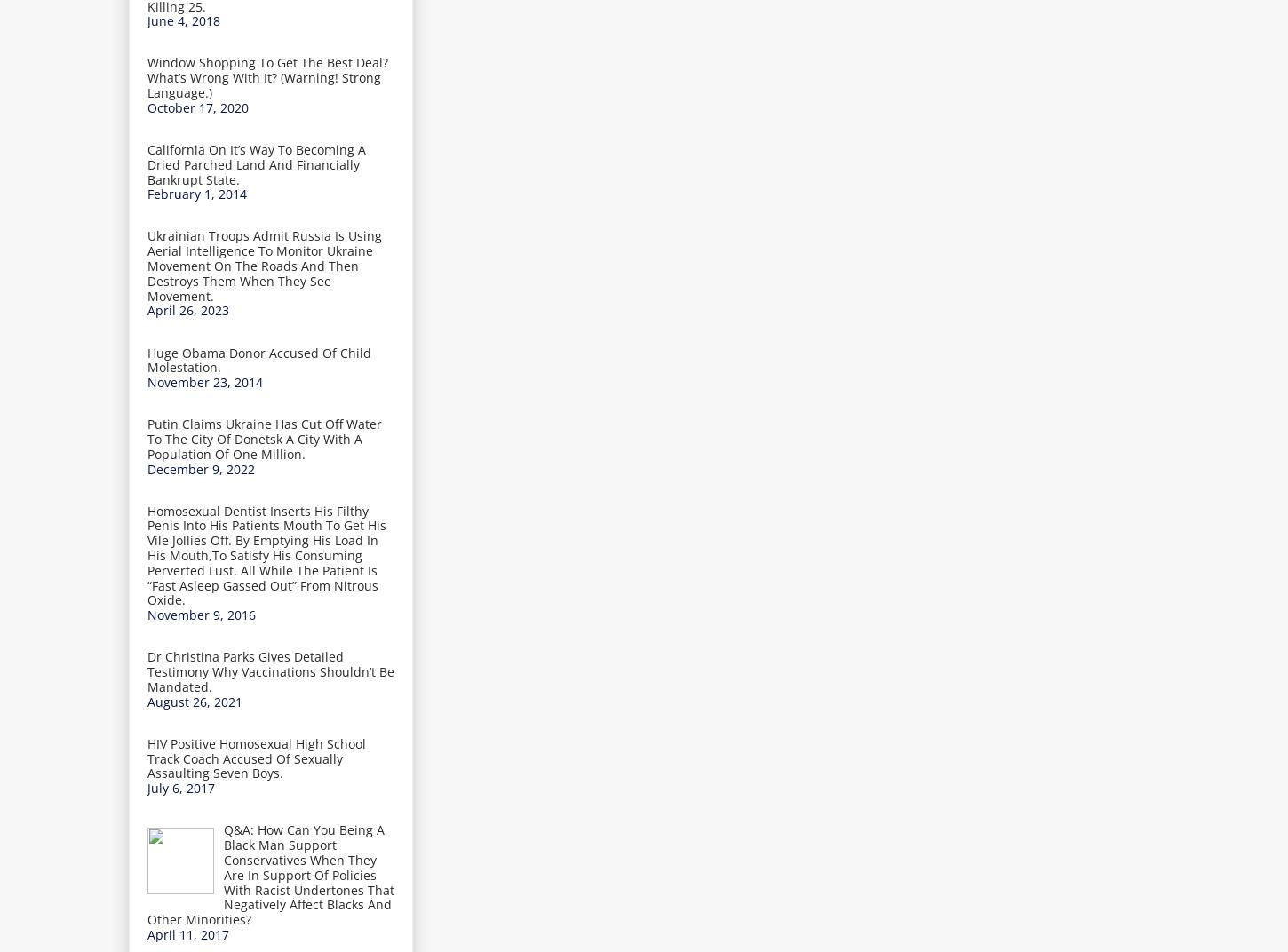 The height and width of the screenshot is (952, 1288). Describe the element at coordinates (259, 359) in the screenshot. I see `'Huge Obama Donor Accused Of Child Molestation.'` at that location.